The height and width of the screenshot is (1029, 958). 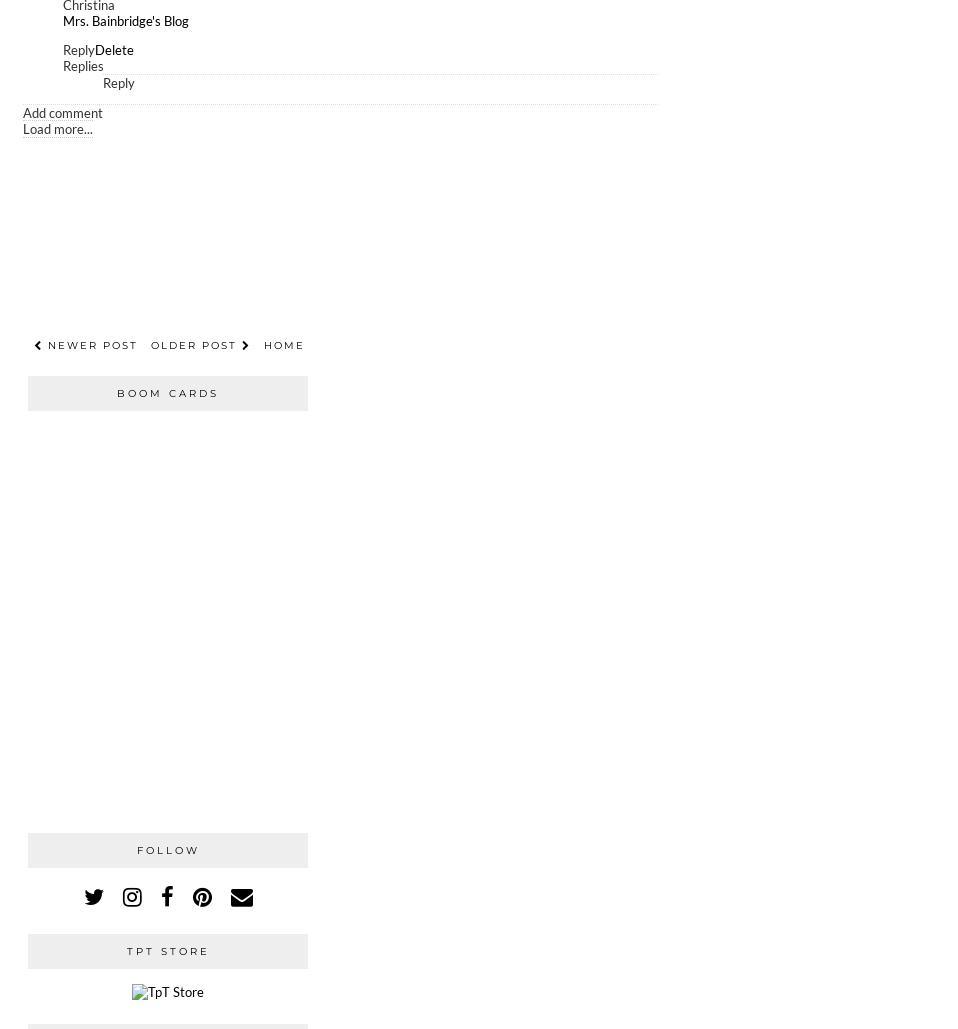 I want to click on 'TpT Store', so click(x=166, y=950).